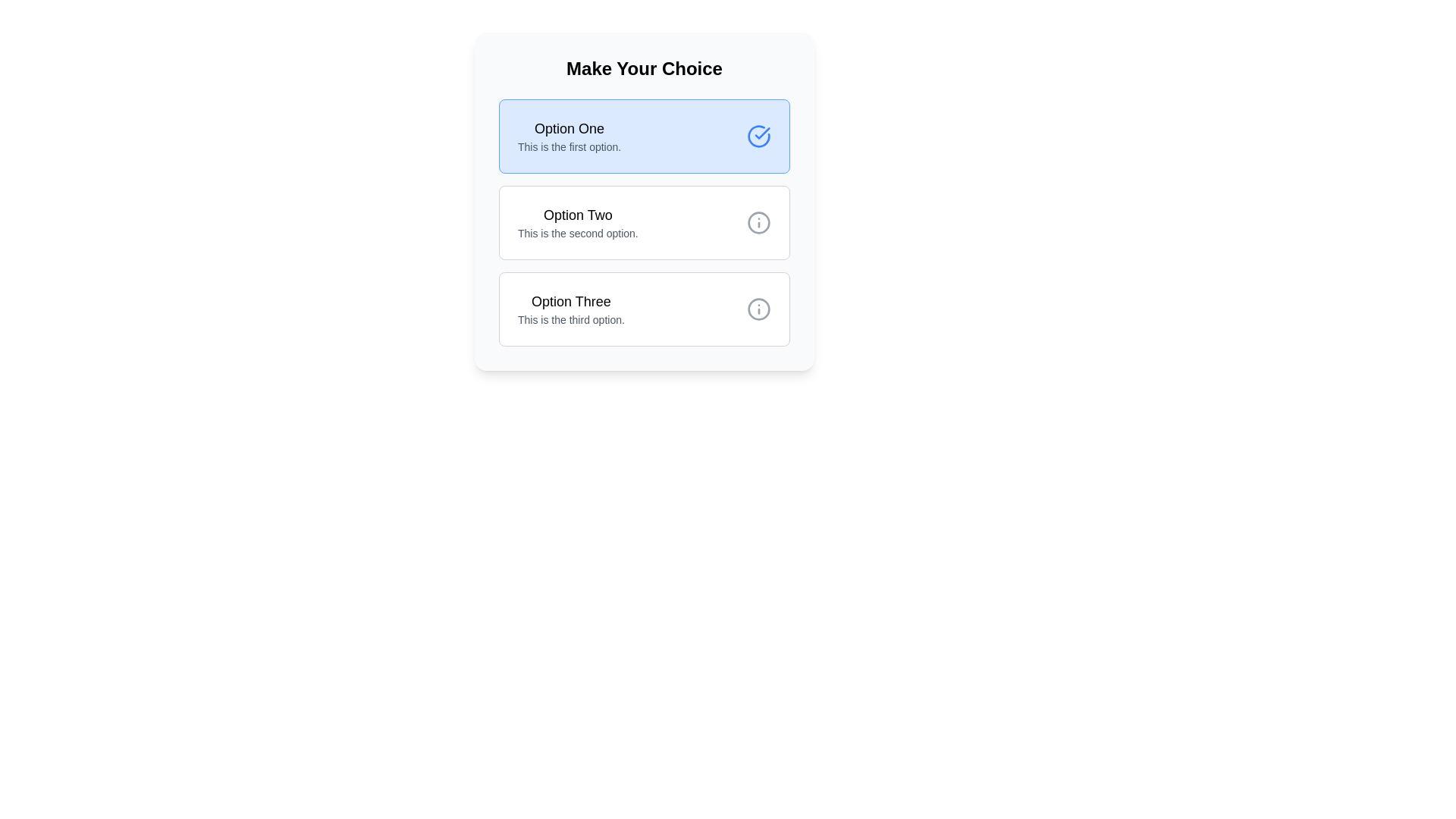 This screenshot has width=1456, height=819. Describe the element at coordinates (644, 69) in the screenshot. I see `the text label displaying 'Make Your Choice', which is centered at the top of the panel above the three option cards` at that location.